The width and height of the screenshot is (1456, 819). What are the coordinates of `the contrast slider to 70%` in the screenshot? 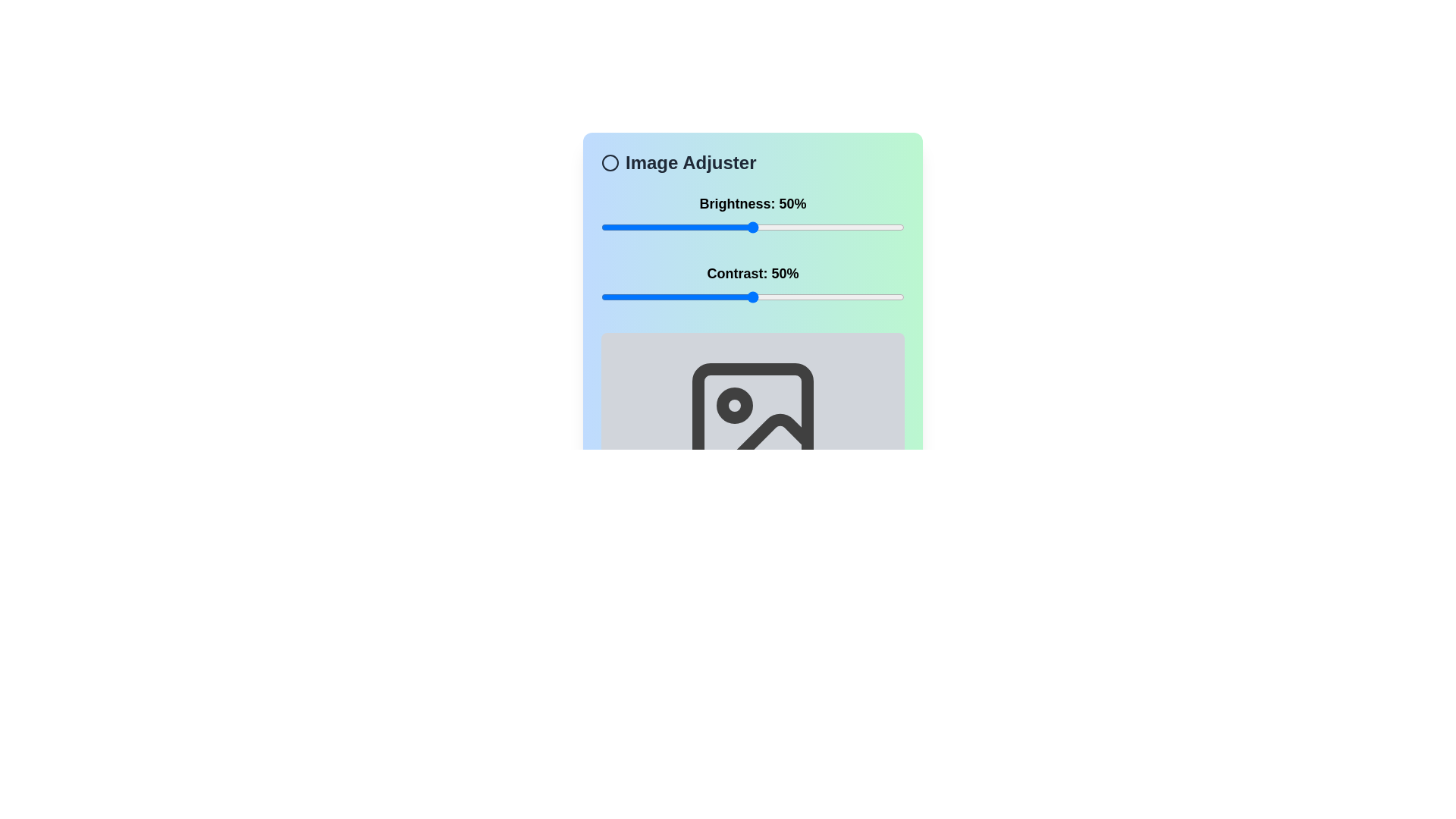 It's located at (813, 297).